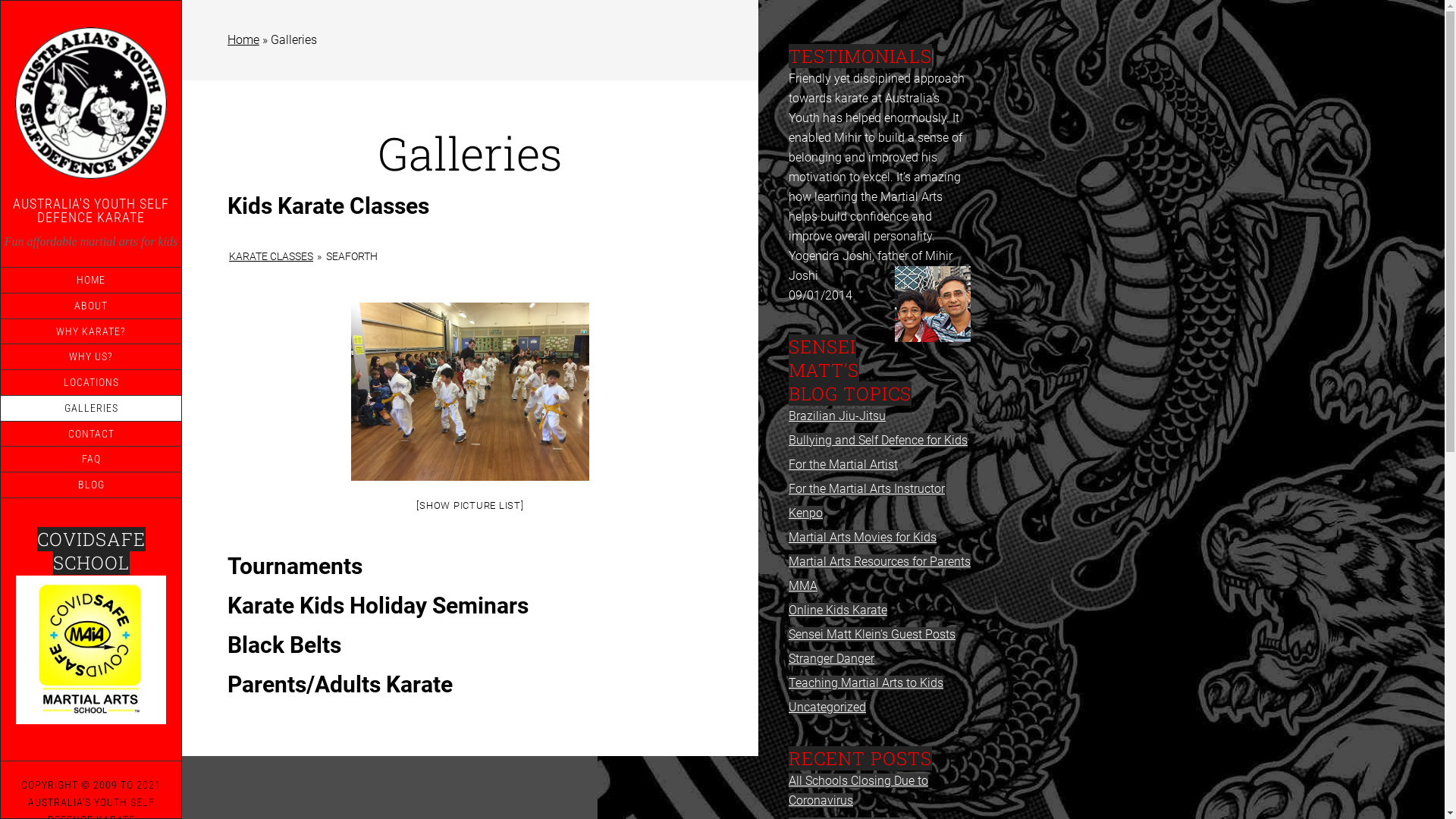 This screenshot has height=819, width=1456. Describe the element at coordinates (862, 536) in the screenshot. I see `'Martial Arts Movies for Kids'` at that location.